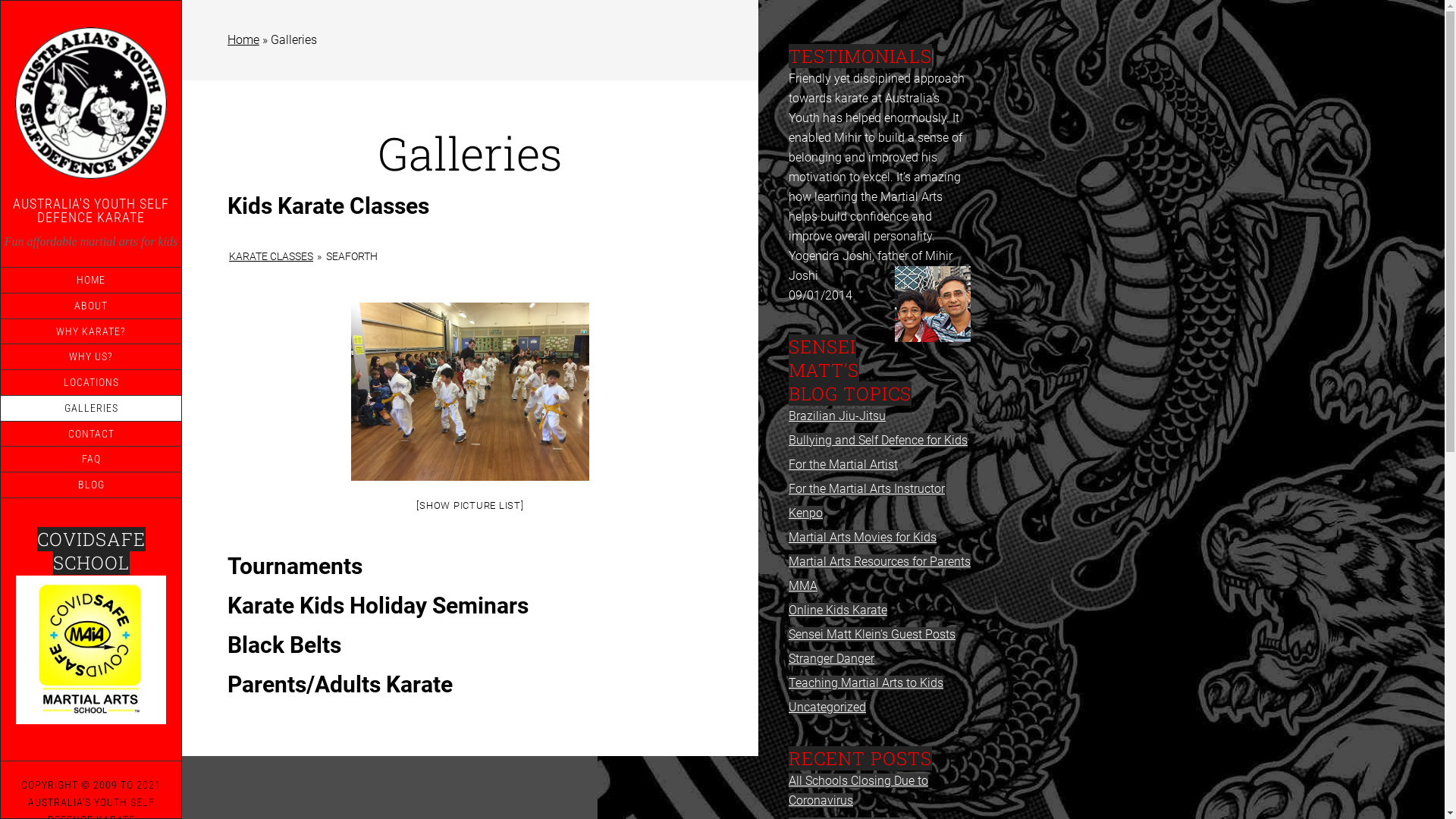 This screenshot has height=819, width=1456. Describe the element at coordinates (862, 536) in the screenshot. I see `'Martial Arts Movies for Kids'` at that location.